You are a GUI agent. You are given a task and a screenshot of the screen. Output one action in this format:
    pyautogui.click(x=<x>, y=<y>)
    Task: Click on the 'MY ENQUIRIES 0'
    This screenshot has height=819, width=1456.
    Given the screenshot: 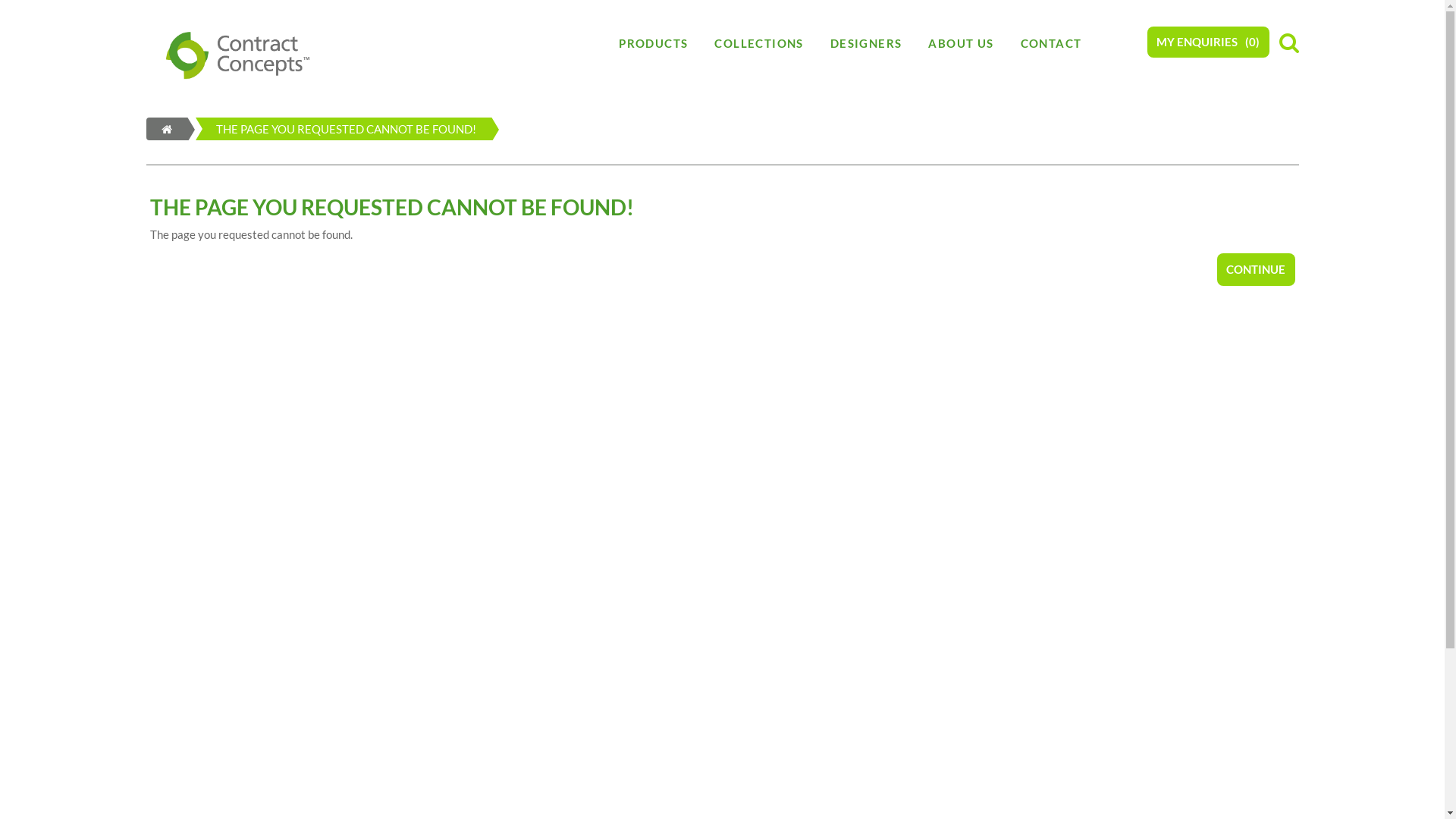 What is the action you would take?
    pyautogui.click(x=1147, y=41)
    